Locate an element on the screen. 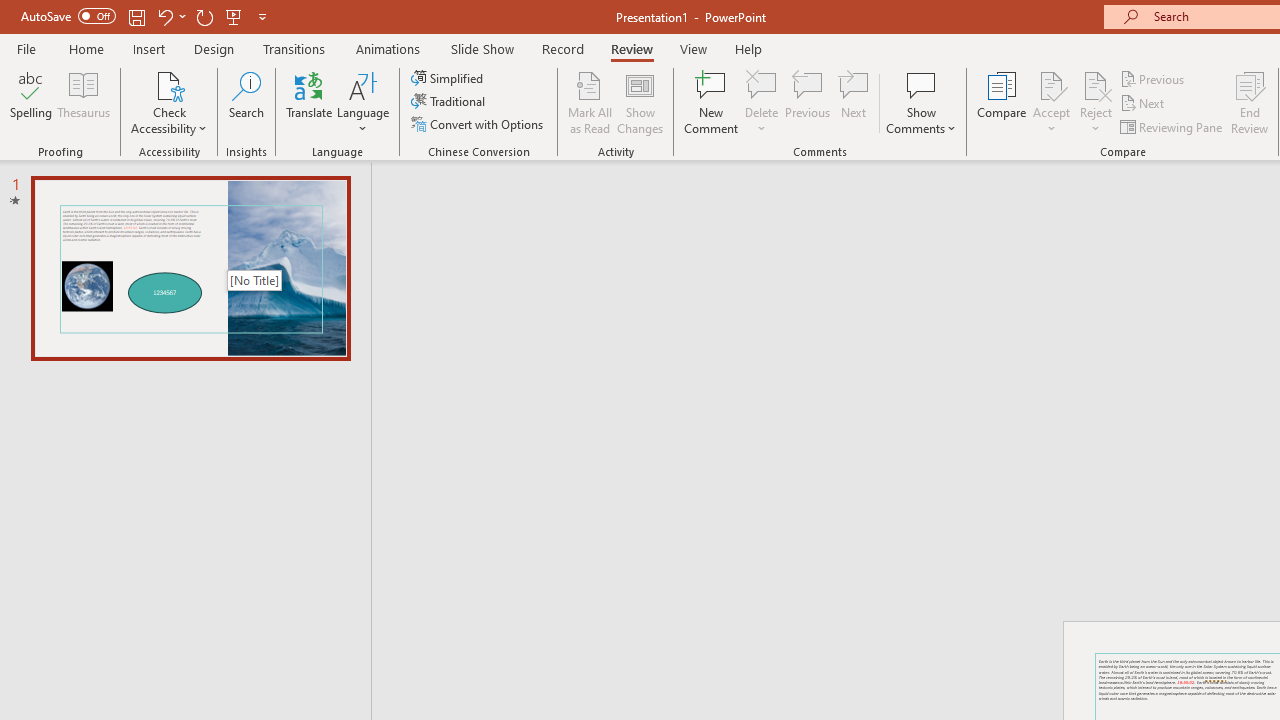 This screenshot has height=720, width=1280. 'Convert with Options...' is located at coordinates (478, 124).